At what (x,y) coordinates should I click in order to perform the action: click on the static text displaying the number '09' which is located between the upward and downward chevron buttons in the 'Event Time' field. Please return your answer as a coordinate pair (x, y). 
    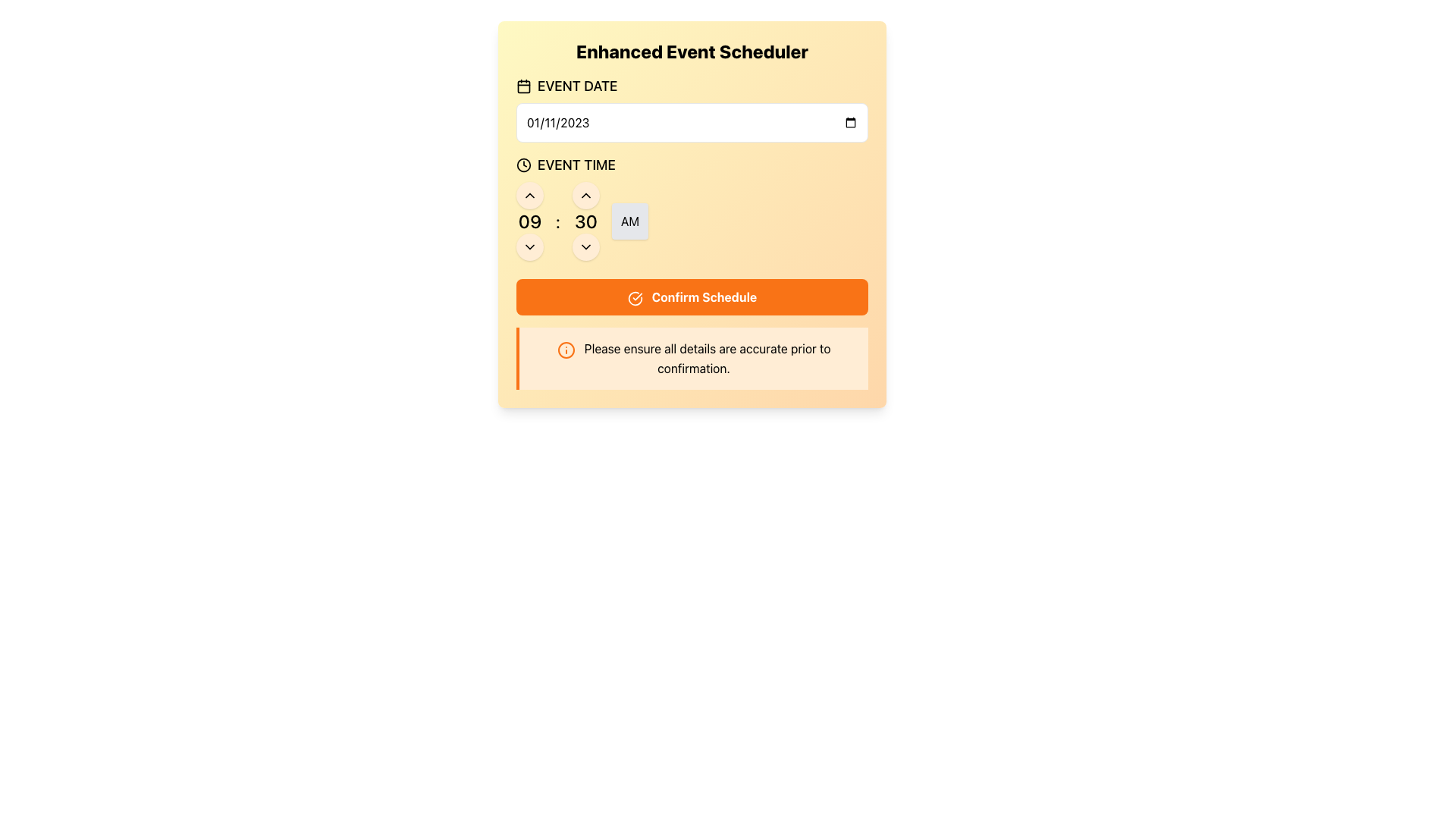
    Looking at the image, I should click on (530, 221).